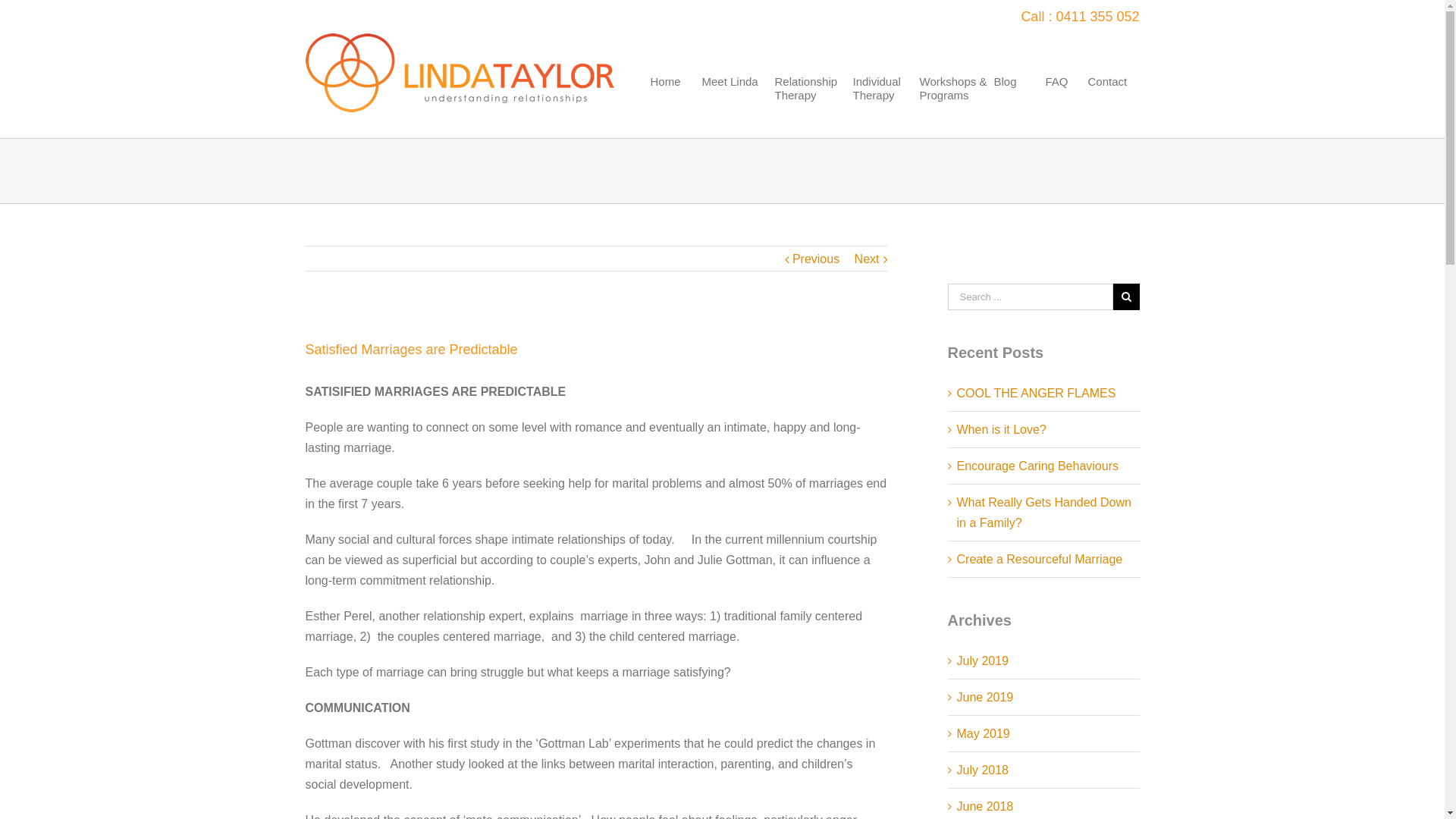 This screenshot has width=1456, height=819. What do you see at coordinates (985, 697) in the screenshot?
I see `'June 2019'` at bounding box center [985, 697].